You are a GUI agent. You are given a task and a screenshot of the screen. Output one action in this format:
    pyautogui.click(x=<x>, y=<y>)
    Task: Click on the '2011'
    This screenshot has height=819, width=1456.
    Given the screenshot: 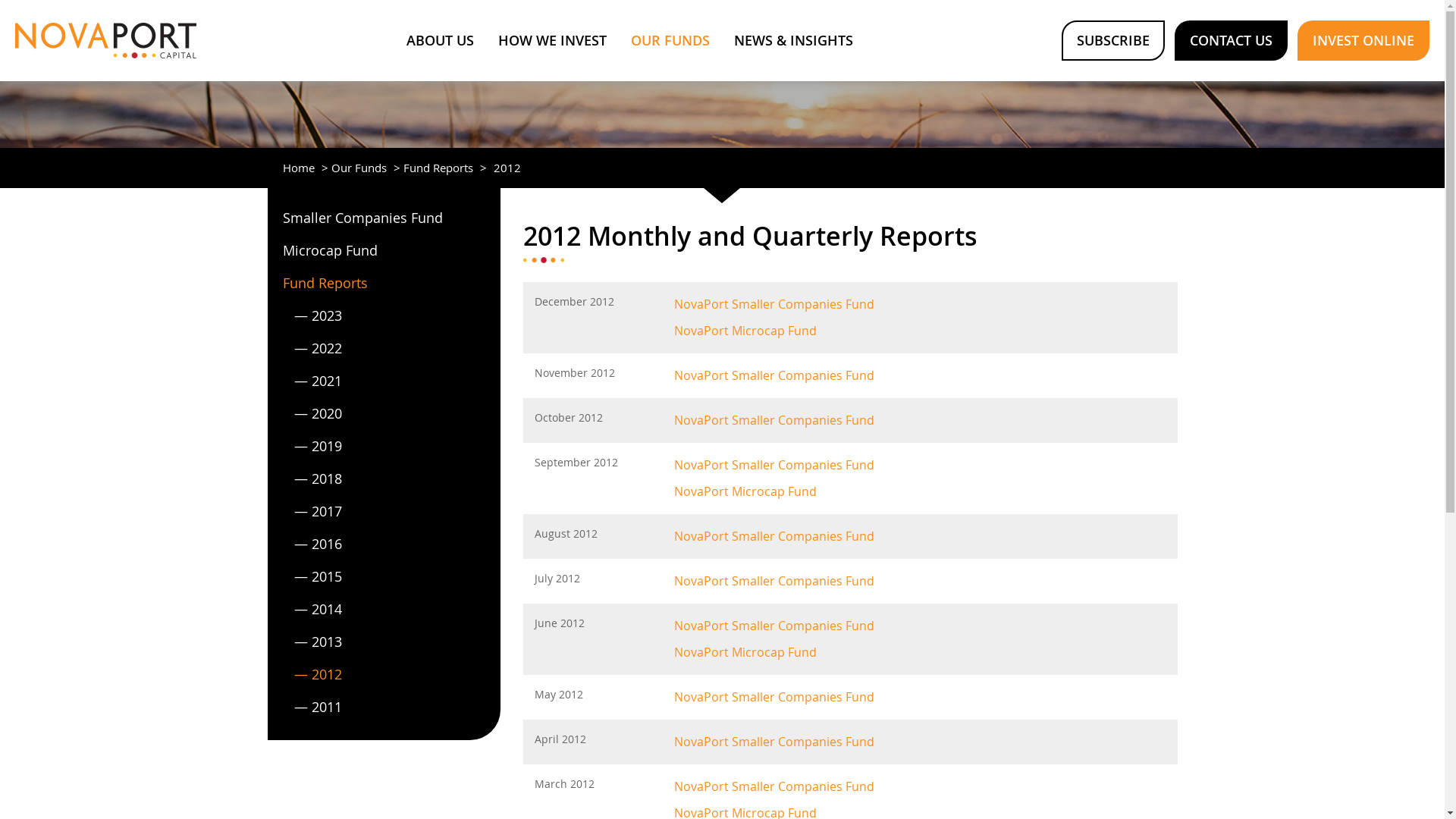 What is the action you would take?
    pyautogui.click(x=383, y=701)
    